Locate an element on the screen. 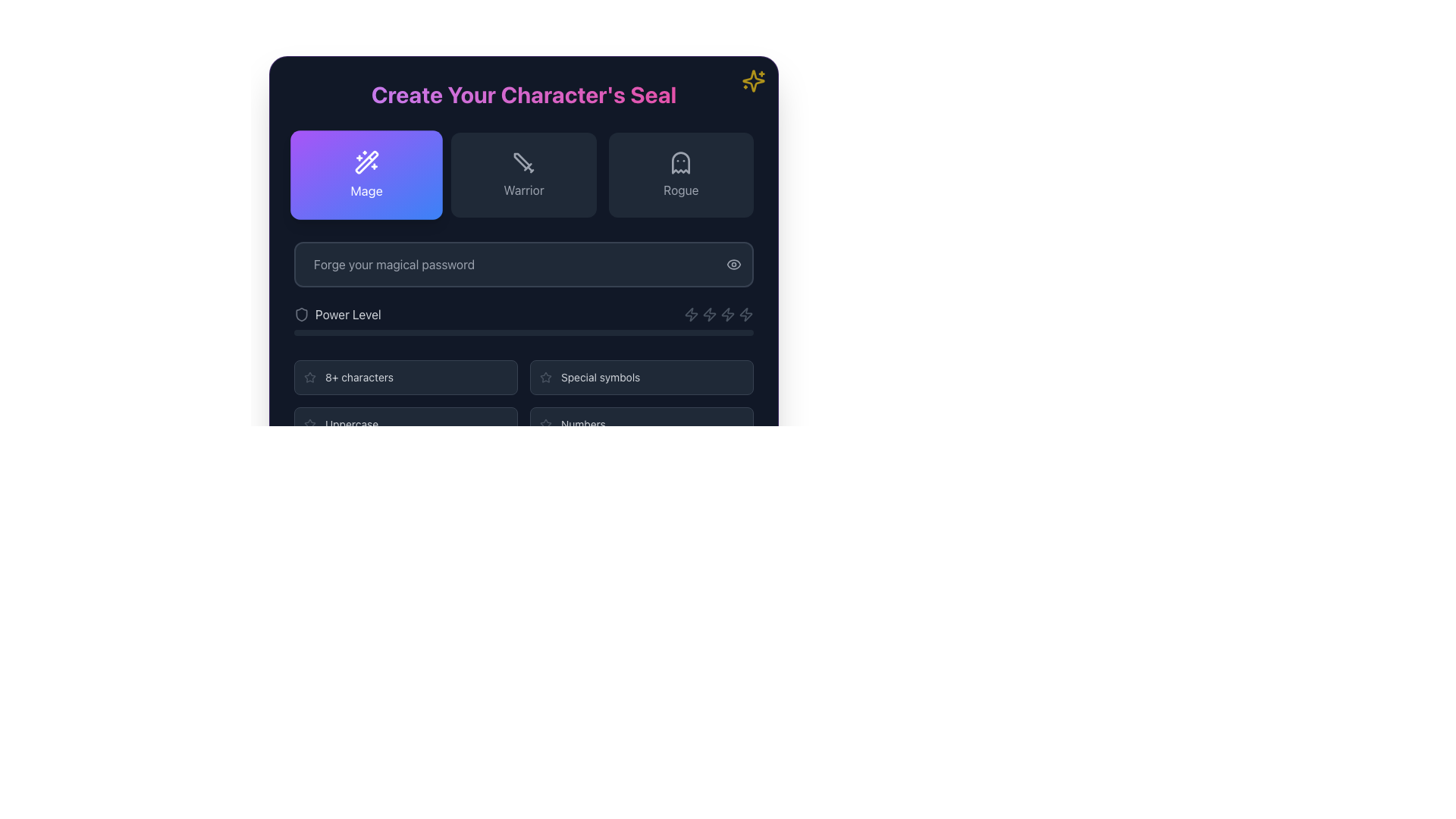  the decorative star icon located to the left of the 'Uppercase' label, which serves as a visual enhancement or status indicator is located at coordinates (309, 424).